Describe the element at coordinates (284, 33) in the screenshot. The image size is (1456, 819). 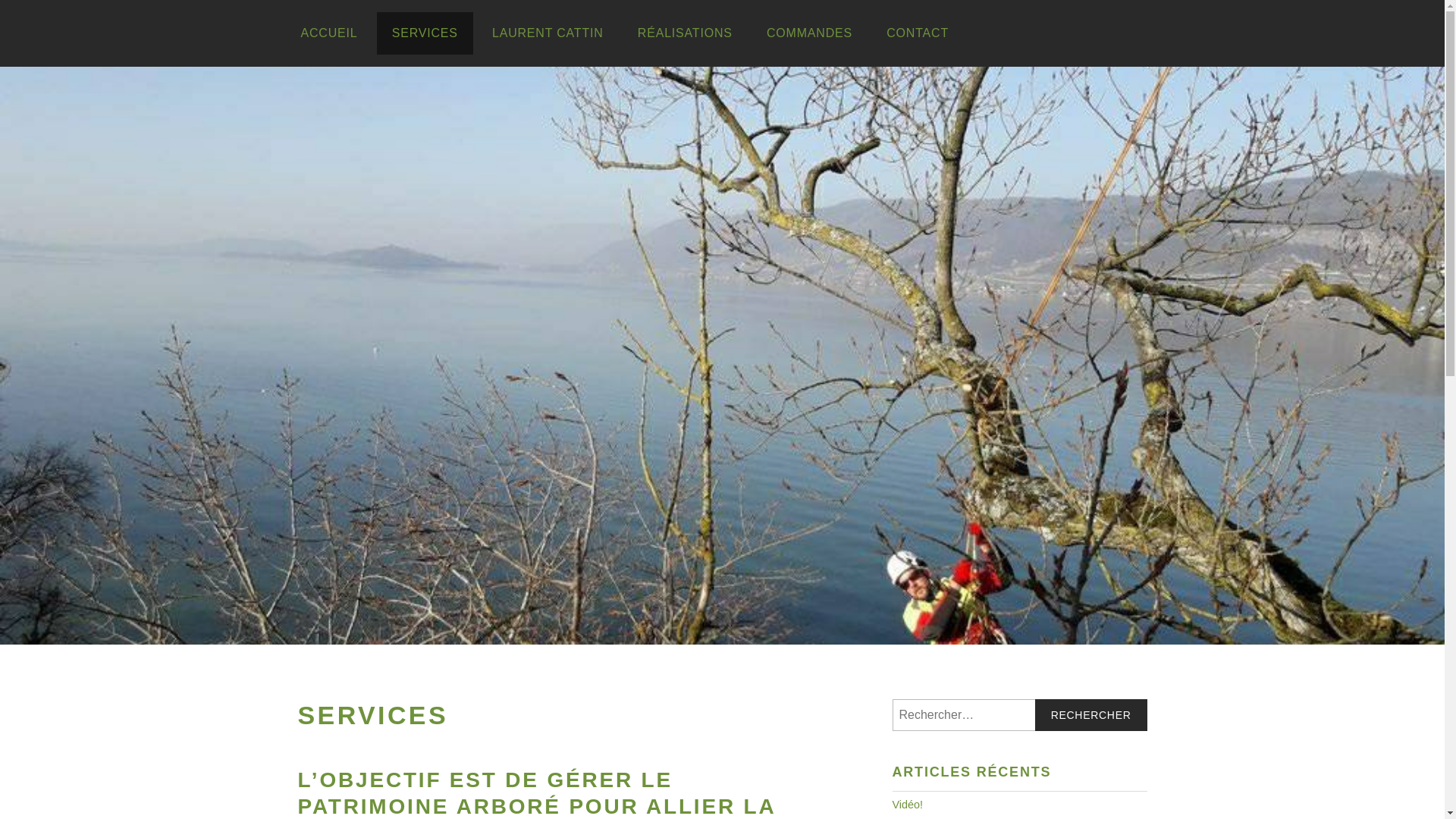
I see `'ACCUEIL'` at that location.